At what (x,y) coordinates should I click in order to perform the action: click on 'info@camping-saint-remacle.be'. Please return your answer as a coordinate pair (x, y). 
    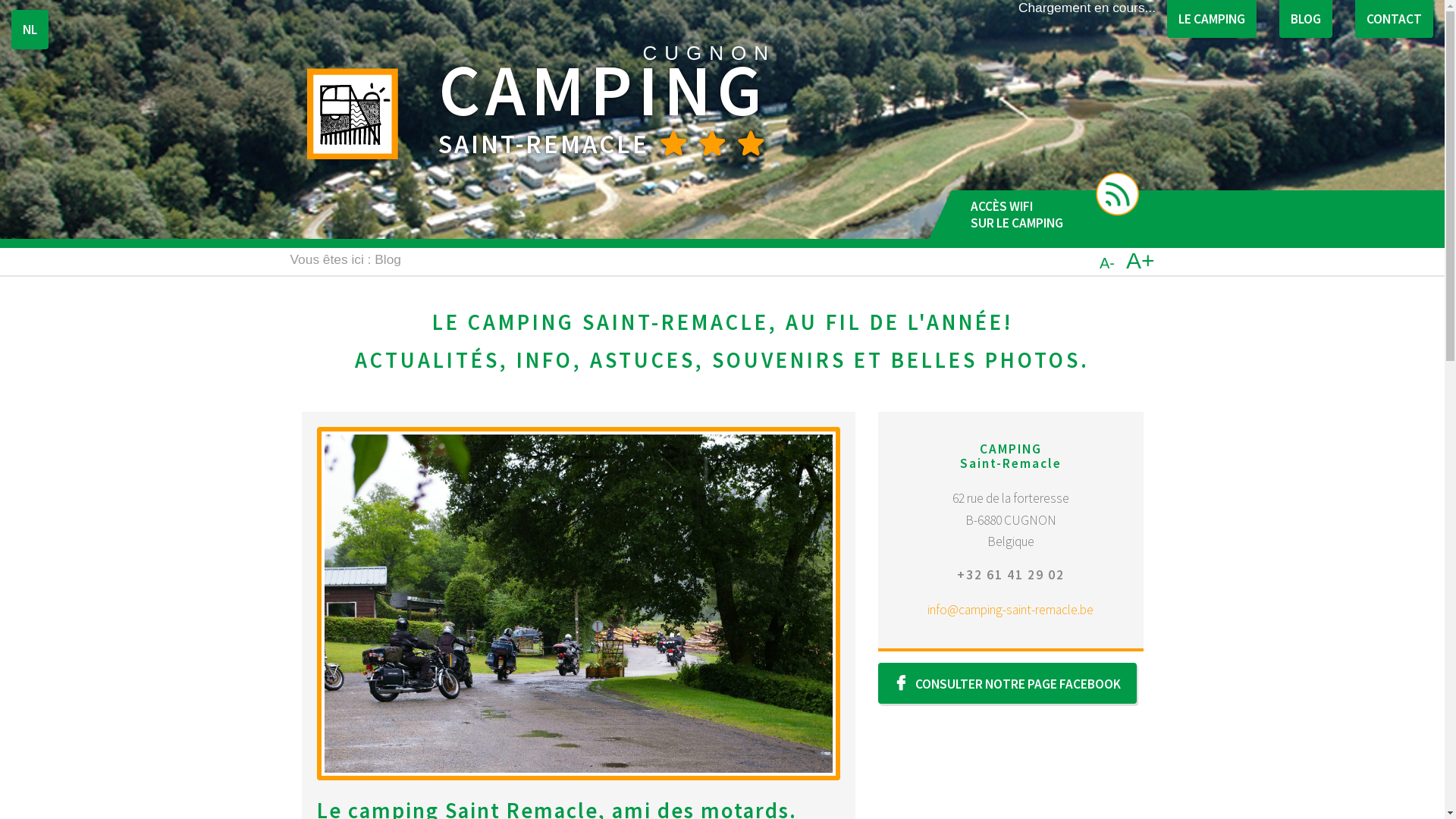
    Looking at the image, I should click on (1010, 608).